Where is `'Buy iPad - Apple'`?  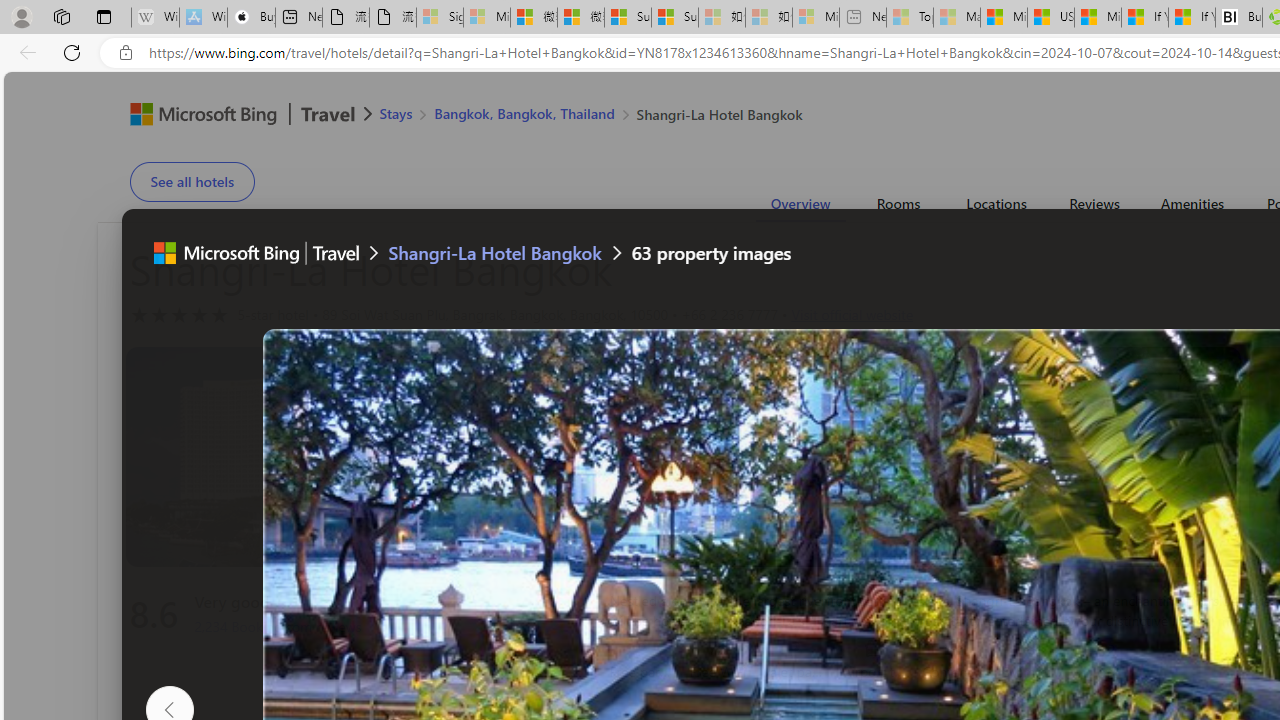 'Buy iPad - Apple' is located at coordinates (250, 17).